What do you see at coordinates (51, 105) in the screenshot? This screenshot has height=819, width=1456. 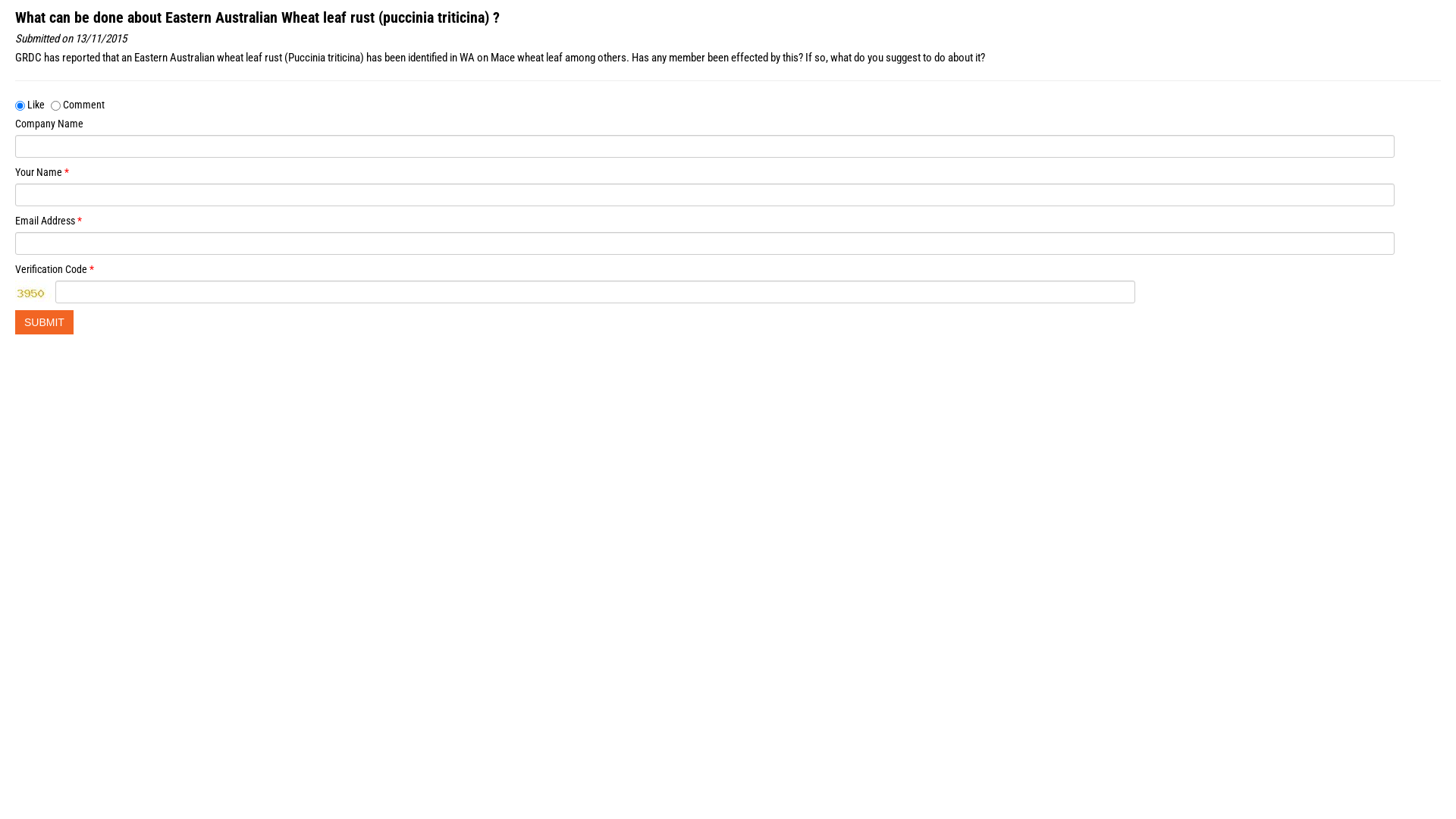 I see `'Comment'` at bounding box center [51, 105].